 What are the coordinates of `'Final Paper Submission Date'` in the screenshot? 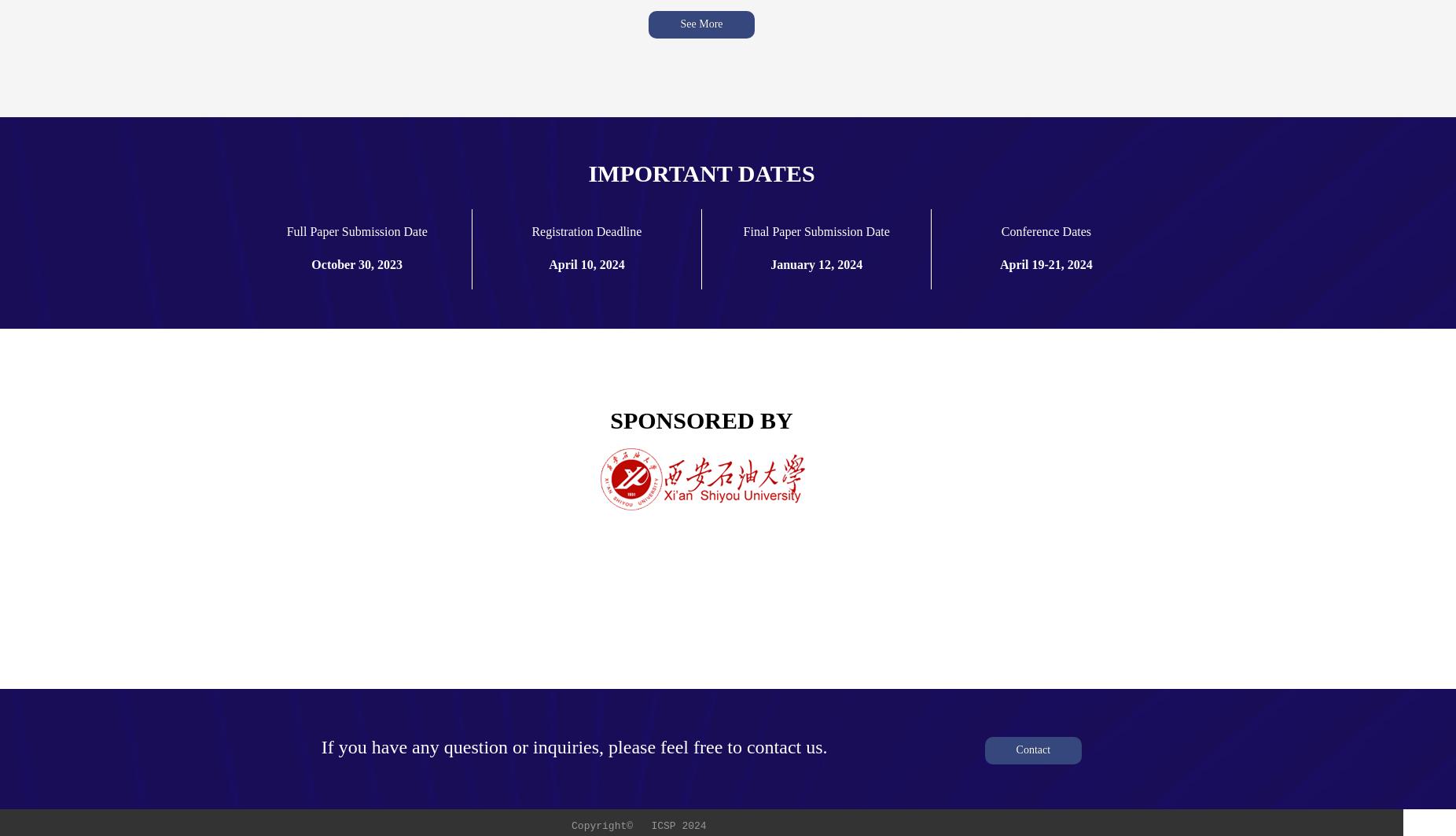 It's located at (815, 230).